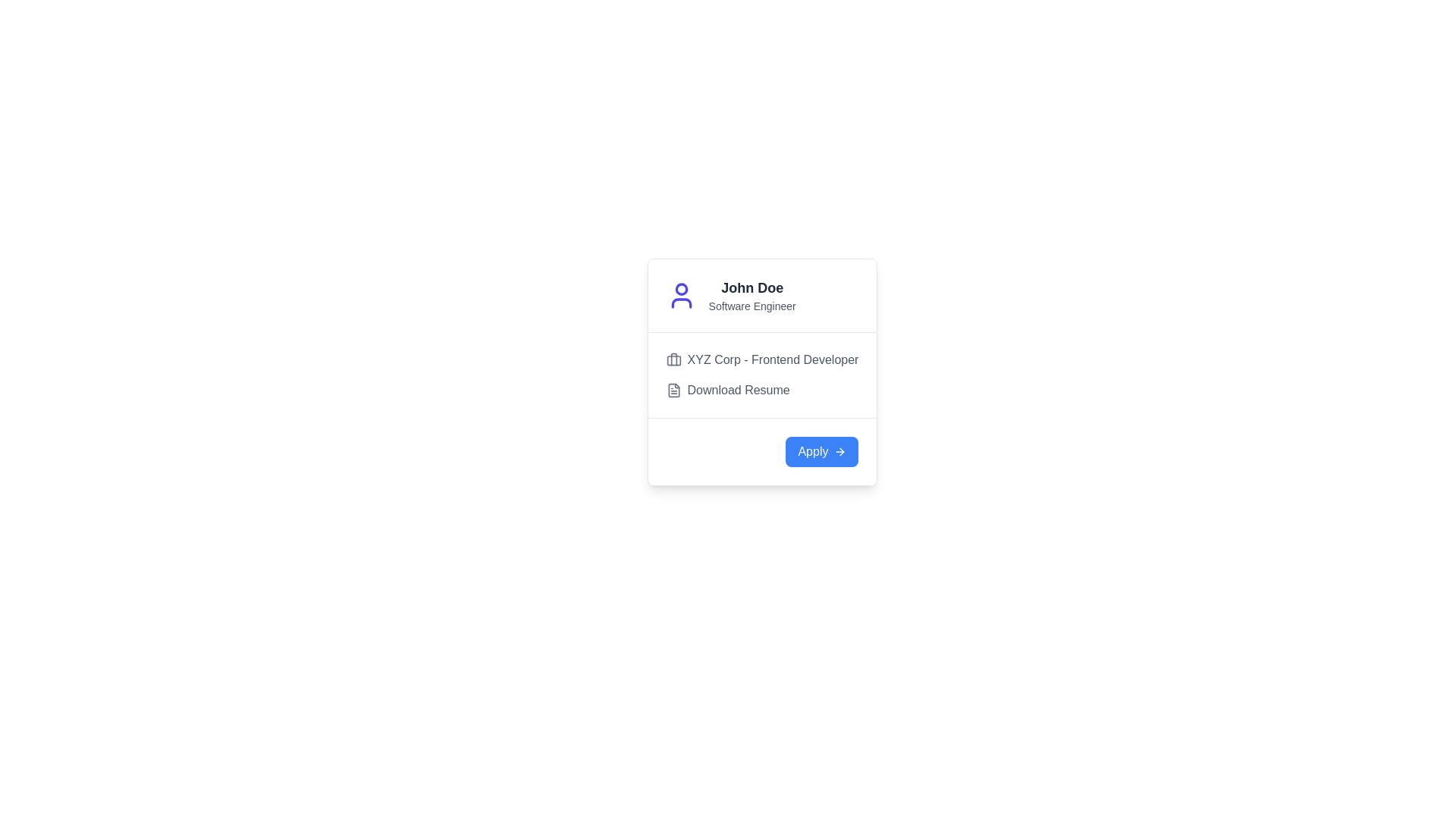 The width and height of the screenshot is (1456, 819). What do you see at coordinates (673, 390) in the screenshot?
I see `the visual association of the file document icon with the 'Download Resume' label, which is characterized by its gray outline and minimalistic features, and is positioned directly to the left of the label` at bounding box center [673, 390].